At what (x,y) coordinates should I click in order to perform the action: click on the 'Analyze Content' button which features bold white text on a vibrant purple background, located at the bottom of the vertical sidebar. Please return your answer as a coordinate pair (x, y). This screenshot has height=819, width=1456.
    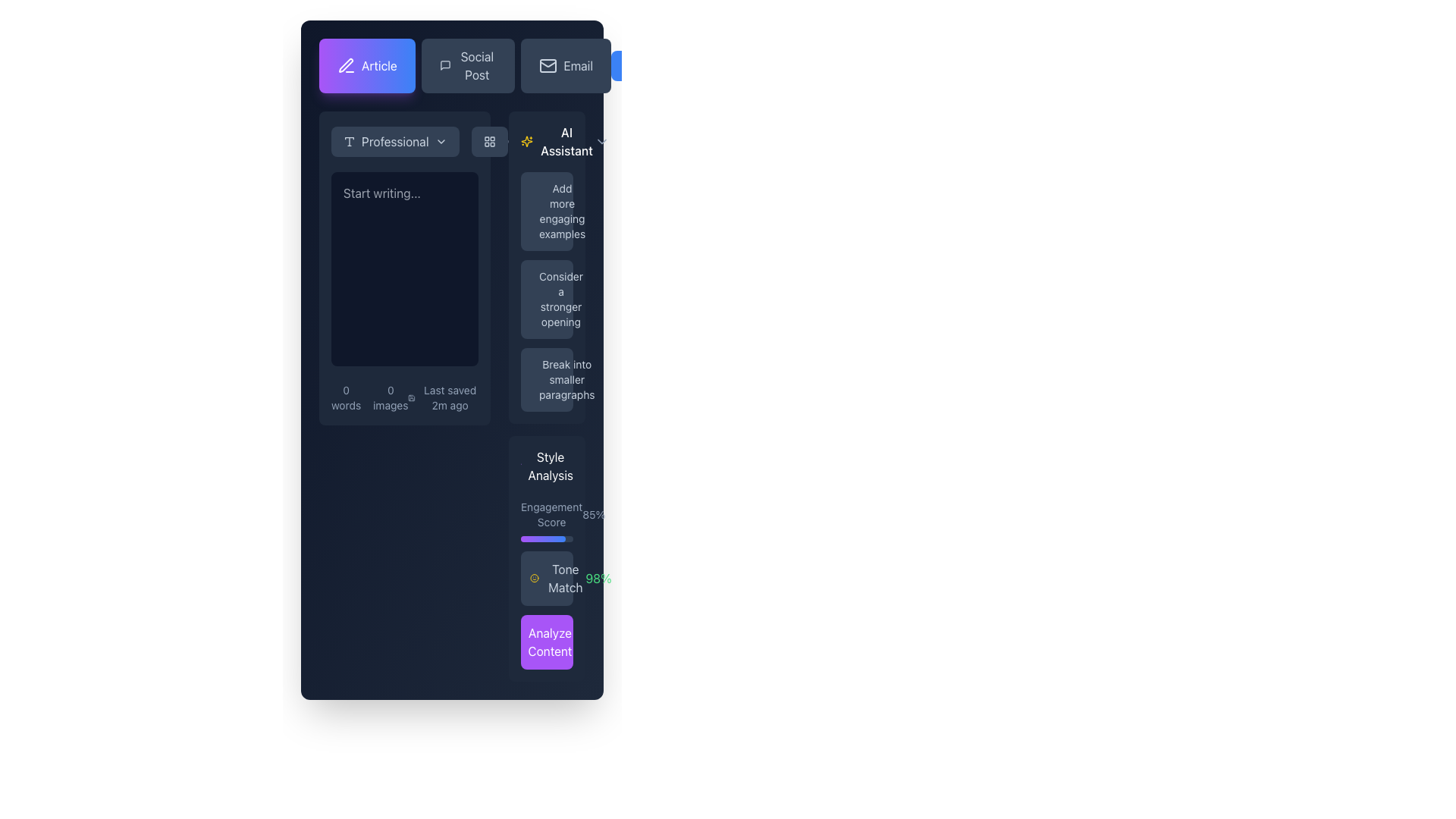
    Looking at the image, I should click on (549, 642).